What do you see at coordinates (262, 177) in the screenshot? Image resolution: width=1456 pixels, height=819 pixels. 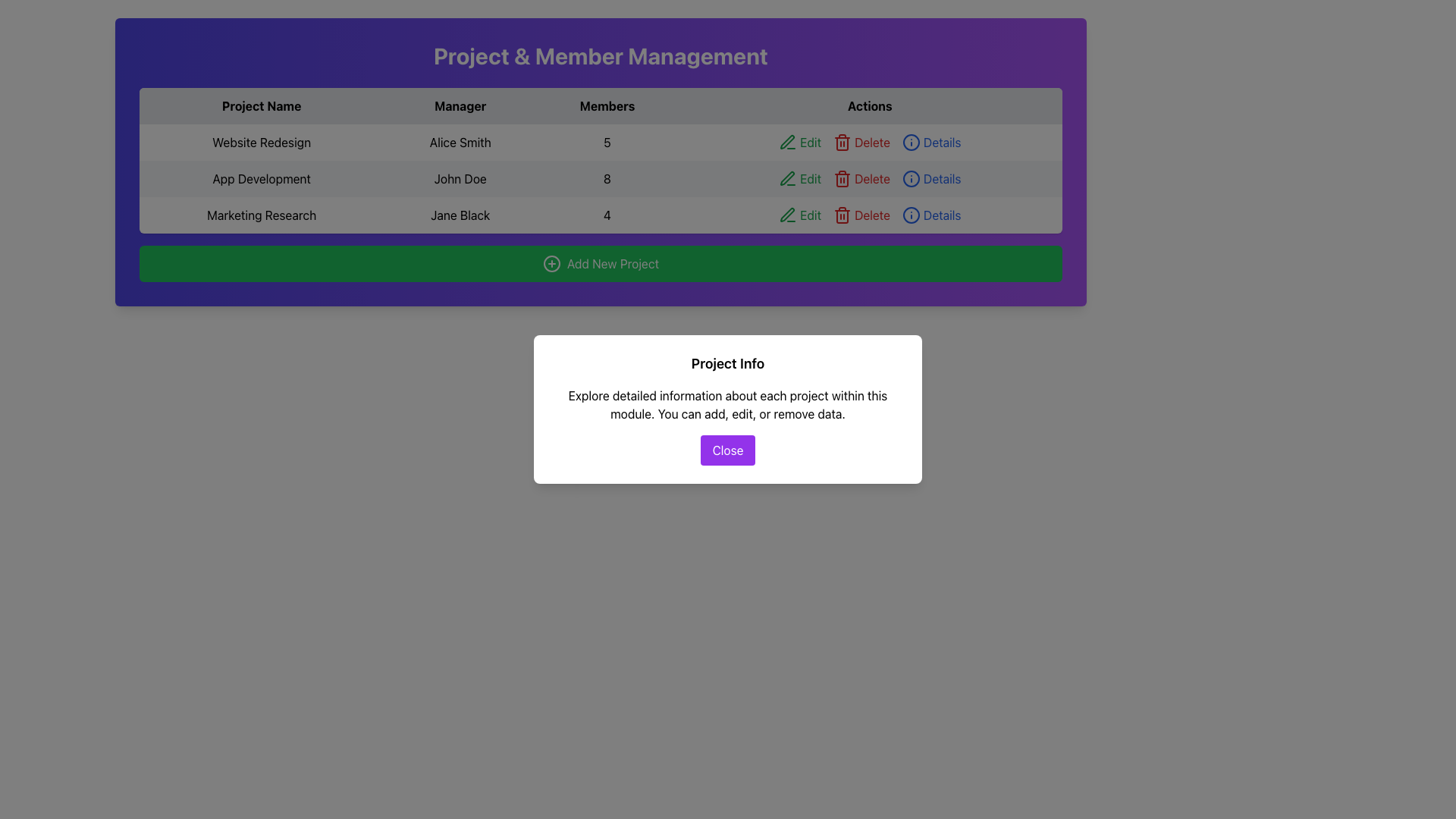 I see `the first cell under the 'Project Name' column in the second row of the table in the 'Project & Member Management' section to identify the project` at bounding box center [262, 177].